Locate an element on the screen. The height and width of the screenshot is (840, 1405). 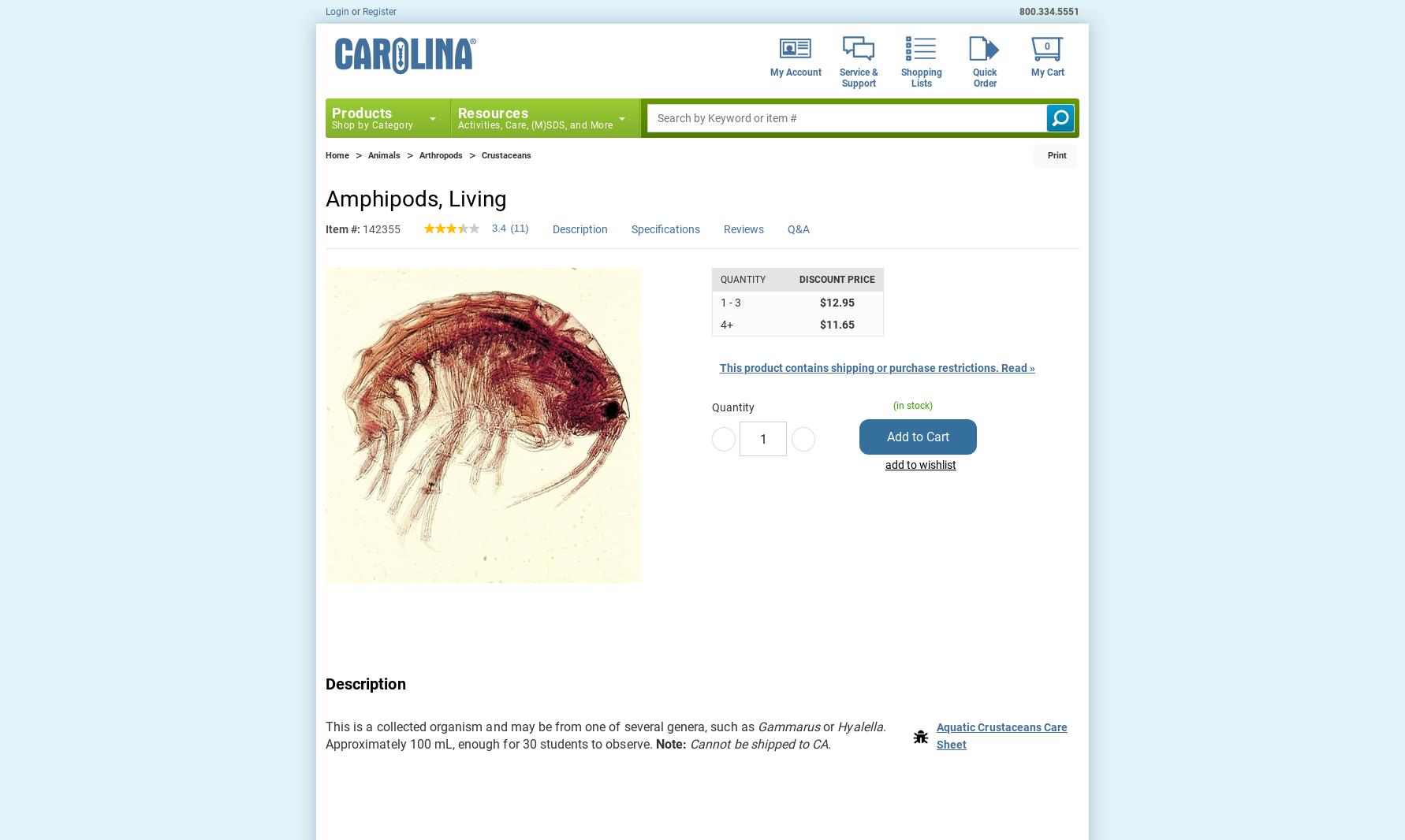
'Shop by Category' is located at coordinates (371, 125).